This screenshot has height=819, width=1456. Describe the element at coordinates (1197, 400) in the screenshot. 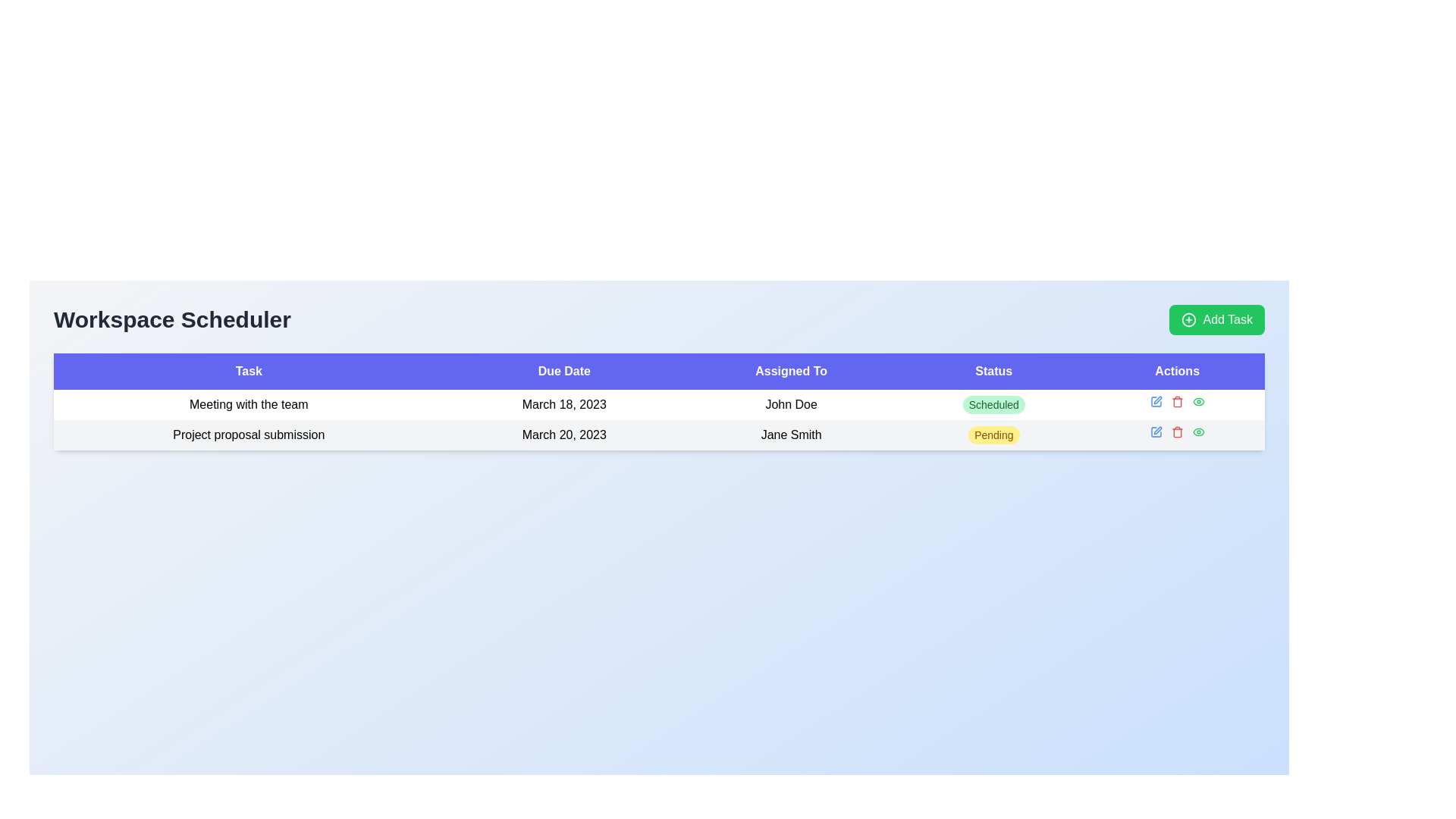

I see `the green eye icon button in the actions column of the second row of the table` at that location.